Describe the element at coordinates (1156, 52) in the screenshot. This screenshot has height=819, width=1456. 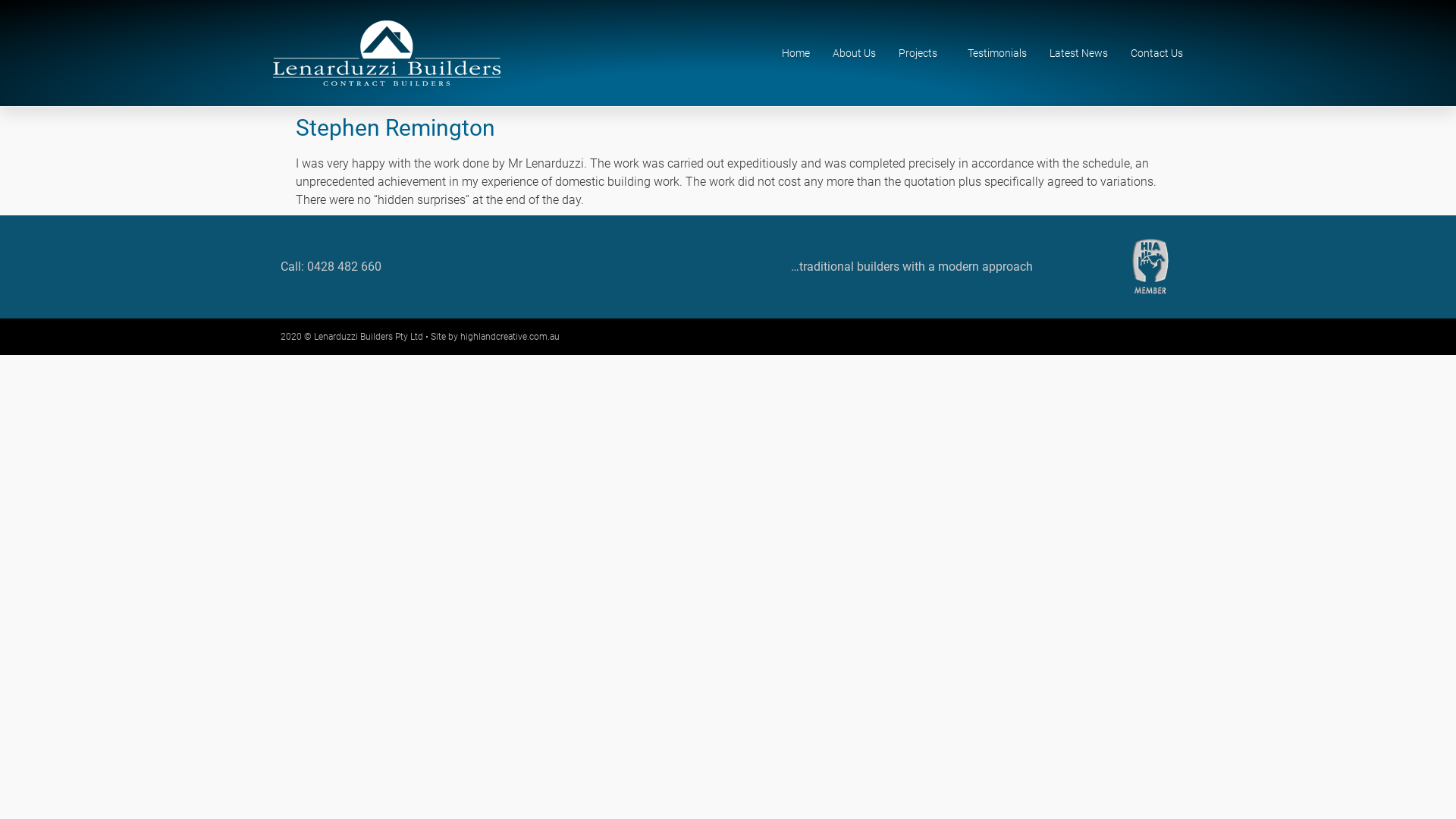
I see `'Contact Us'` at that location.